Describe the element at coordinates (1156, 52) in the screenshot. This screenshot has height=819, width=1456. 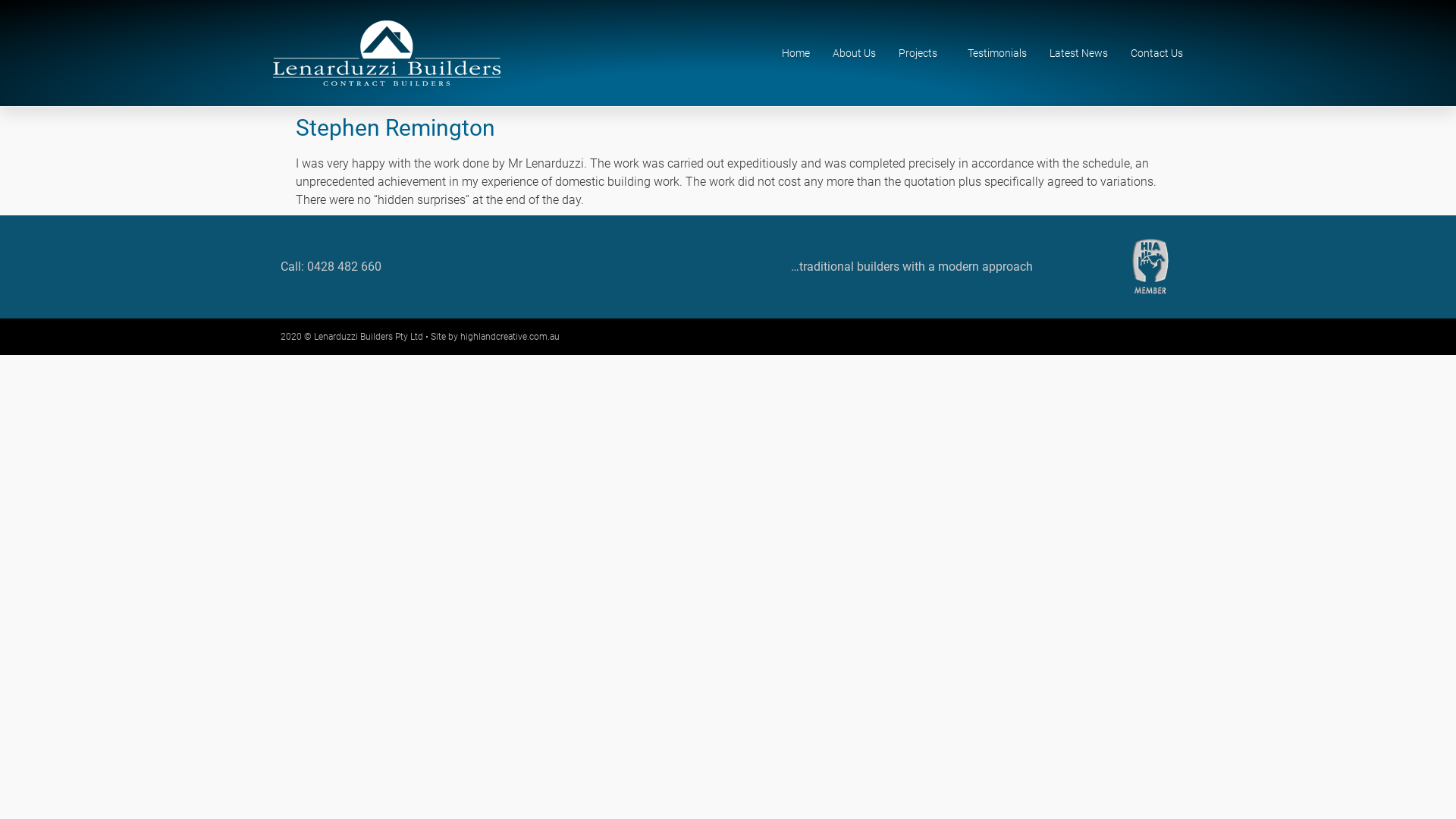
I see `'Contact Us'` at that location.